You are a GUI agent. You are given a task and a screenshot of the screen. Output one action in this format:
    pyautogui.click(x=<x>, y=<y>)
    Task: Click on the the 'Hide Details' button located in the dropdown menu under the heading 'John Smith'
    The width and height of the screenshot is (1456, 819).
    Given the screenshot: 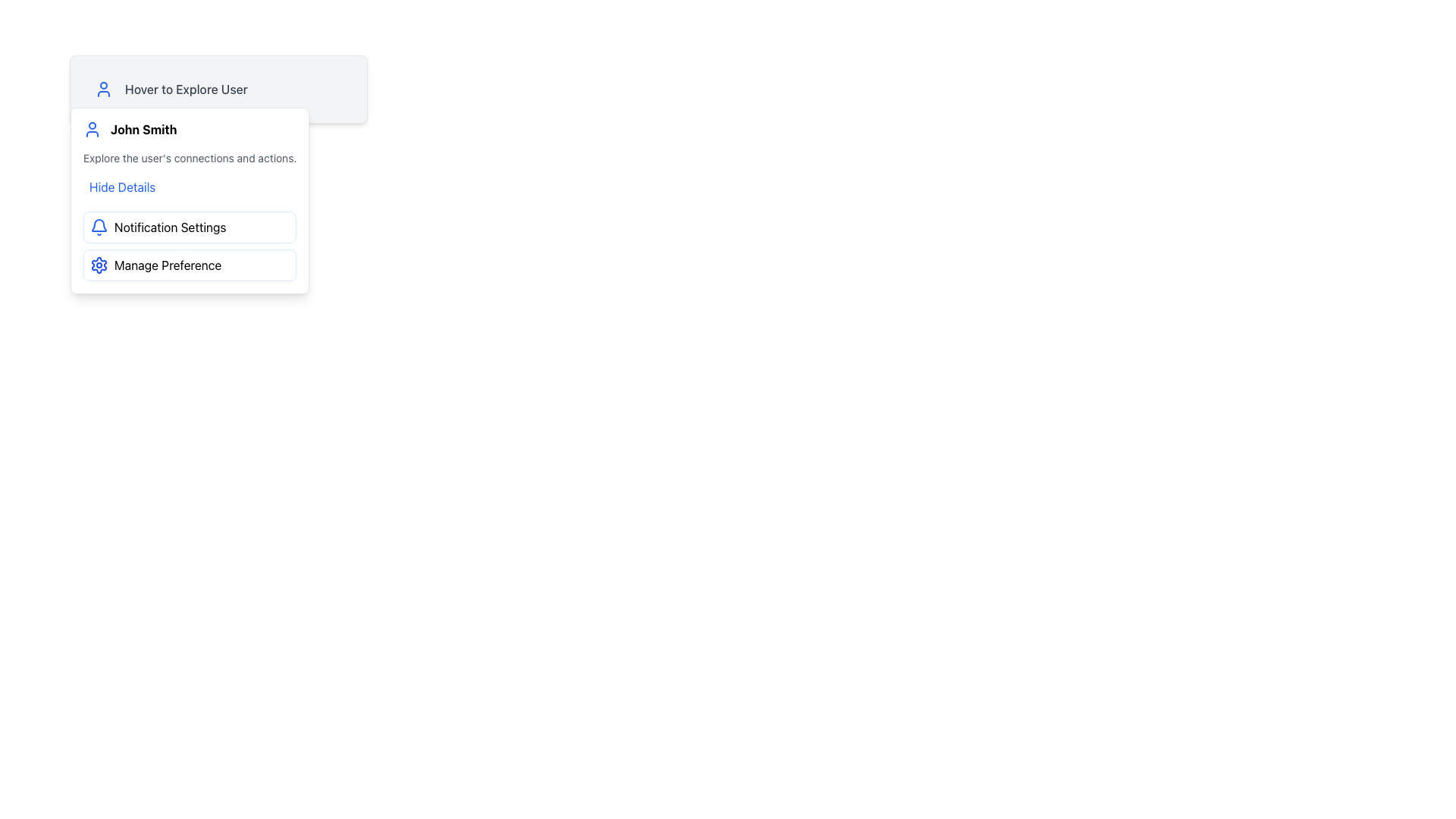 What is the action you would take?
    pyautogui.click(x=122, y=186)
    